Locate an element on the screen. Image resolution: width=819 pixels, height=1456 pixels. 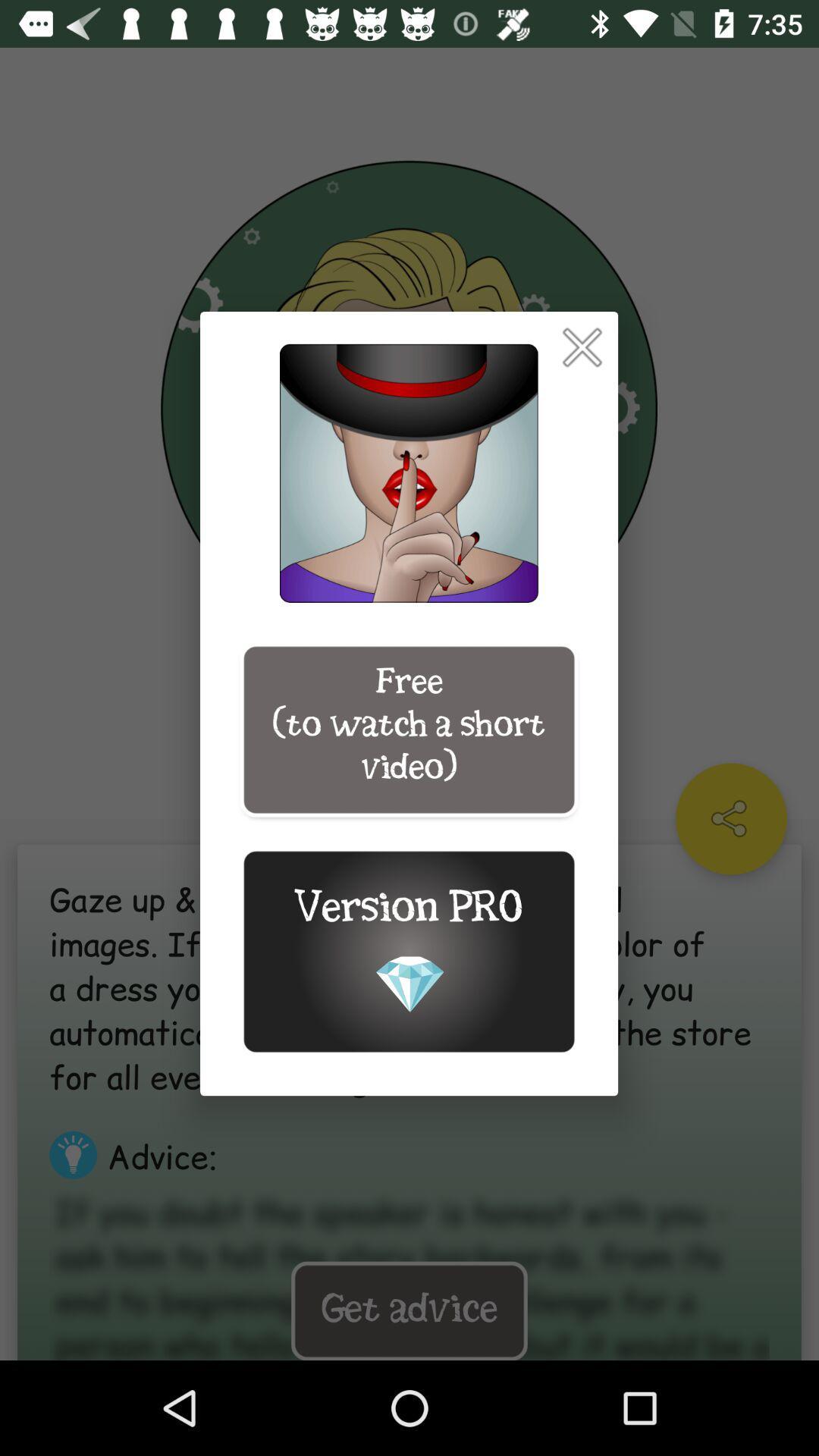
watch a short video to continue for free or go pro is located at coordinates (581, 347).